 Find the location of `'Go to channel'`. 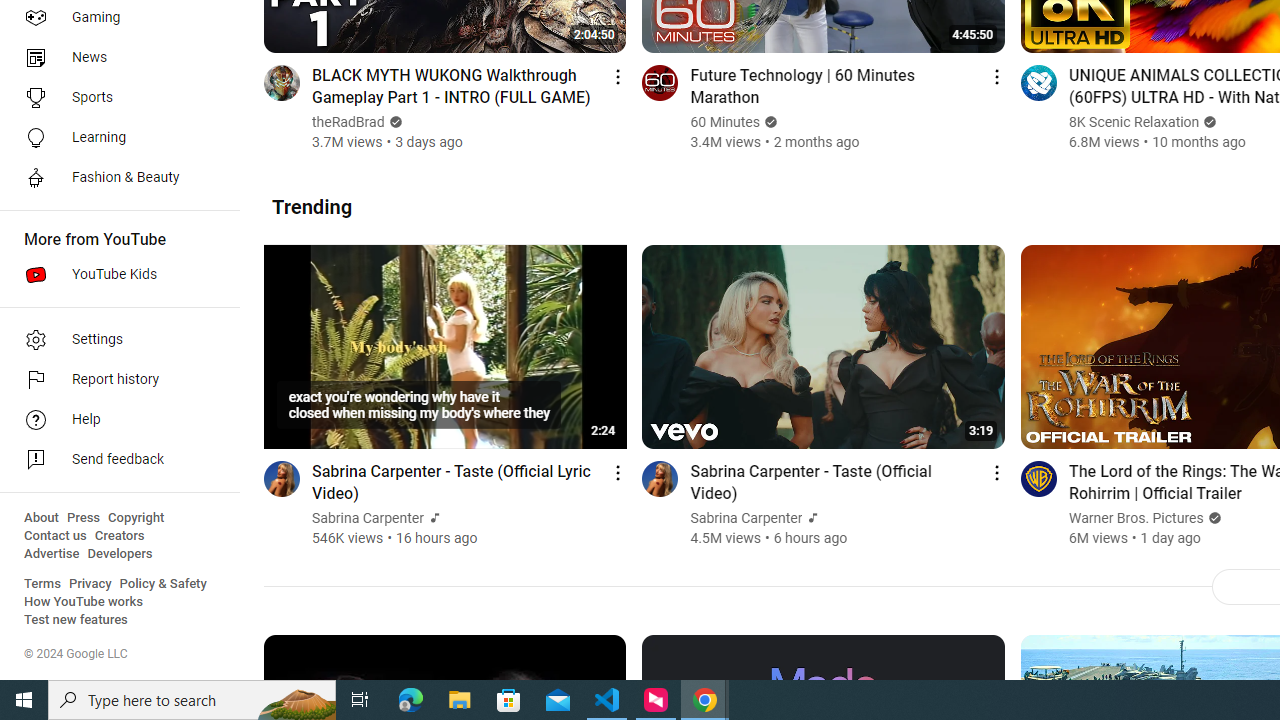

'Go to channel' is located at coordinates (1038, 478).